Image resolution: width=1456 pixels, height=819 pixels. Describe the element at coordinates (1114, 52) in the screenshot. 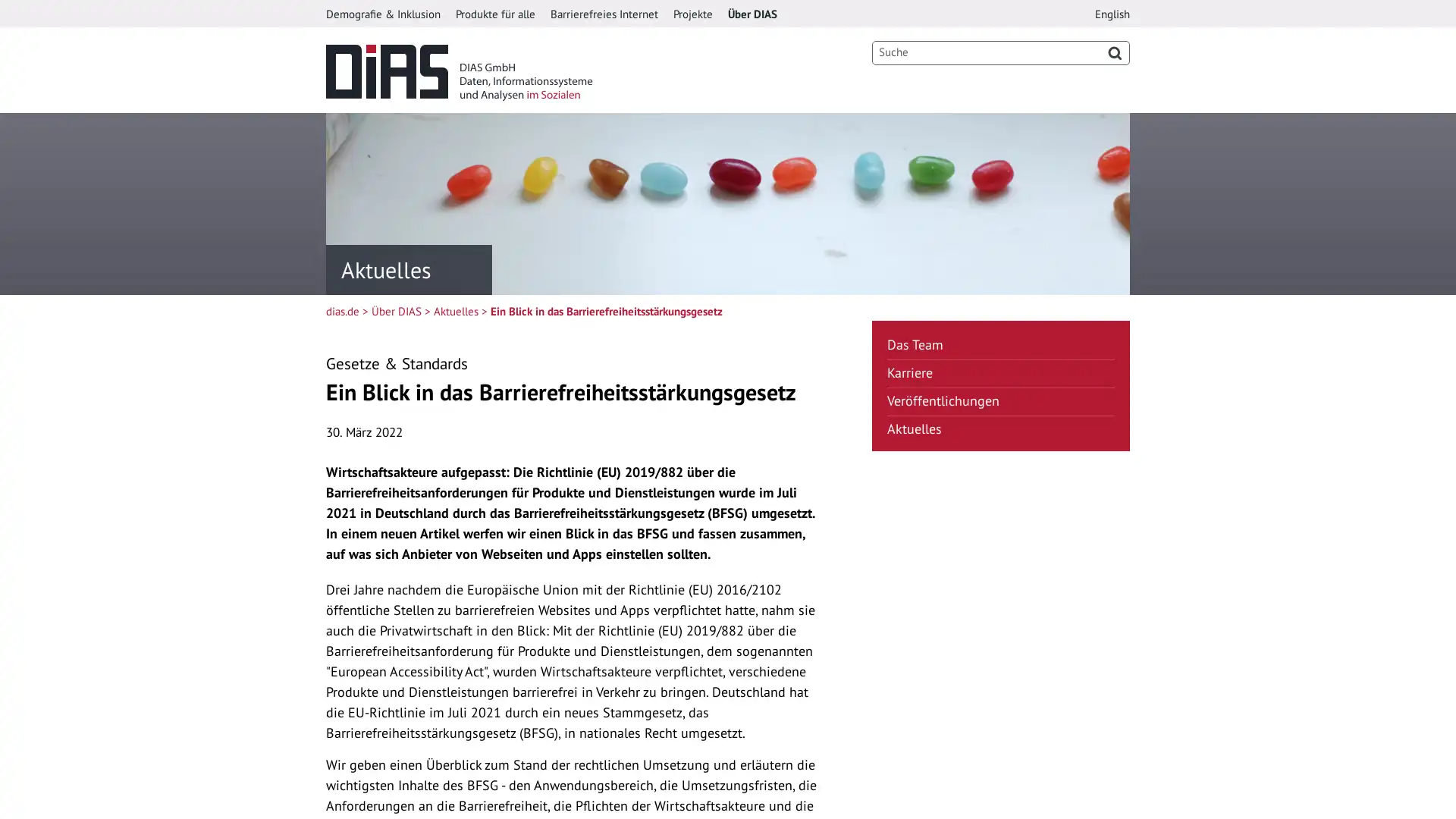

I see `Suche starten` at that location.